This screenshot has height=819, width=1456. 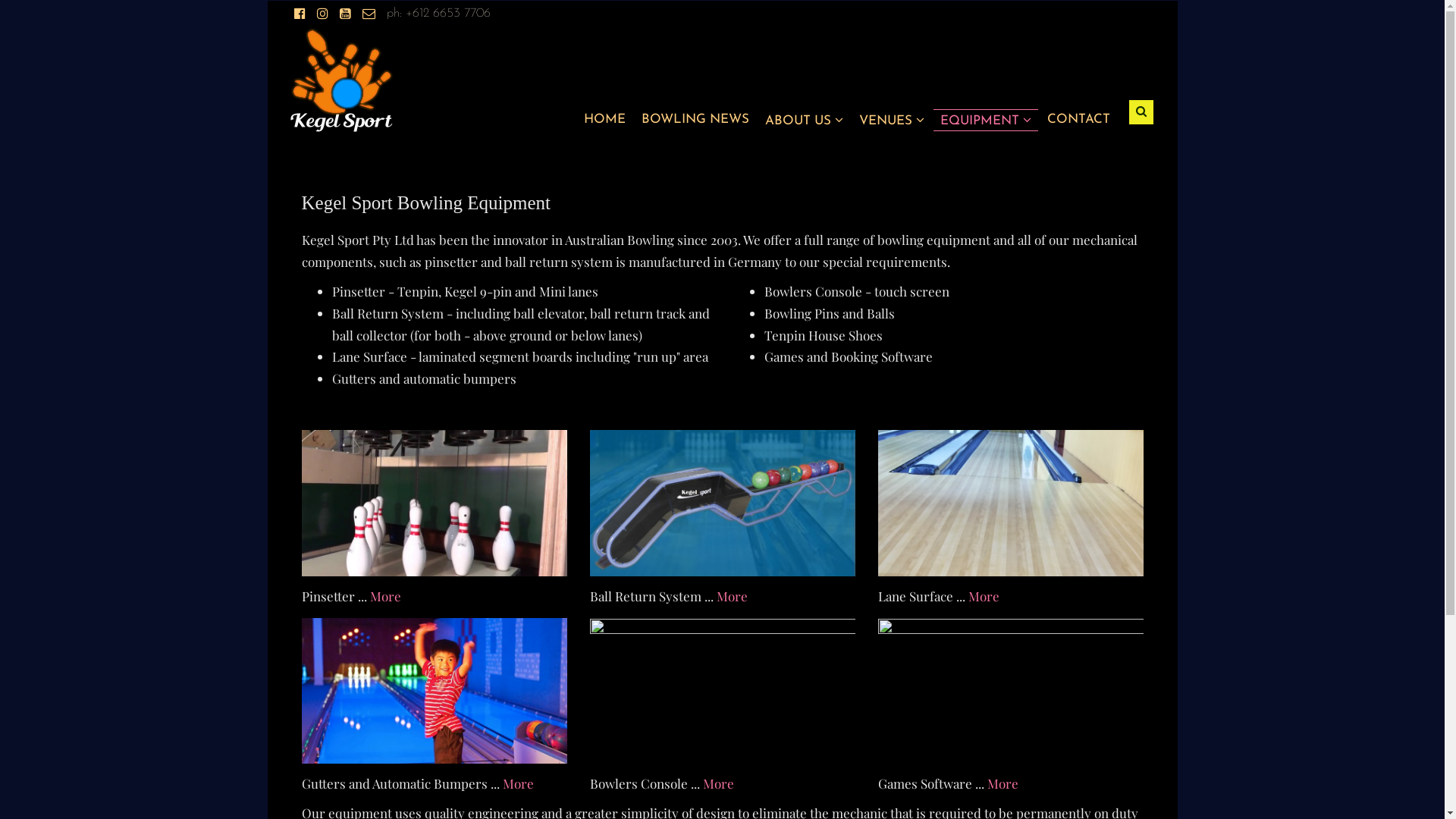 I want to click on 'EQUIPMENT', so click(x=939, y=119).